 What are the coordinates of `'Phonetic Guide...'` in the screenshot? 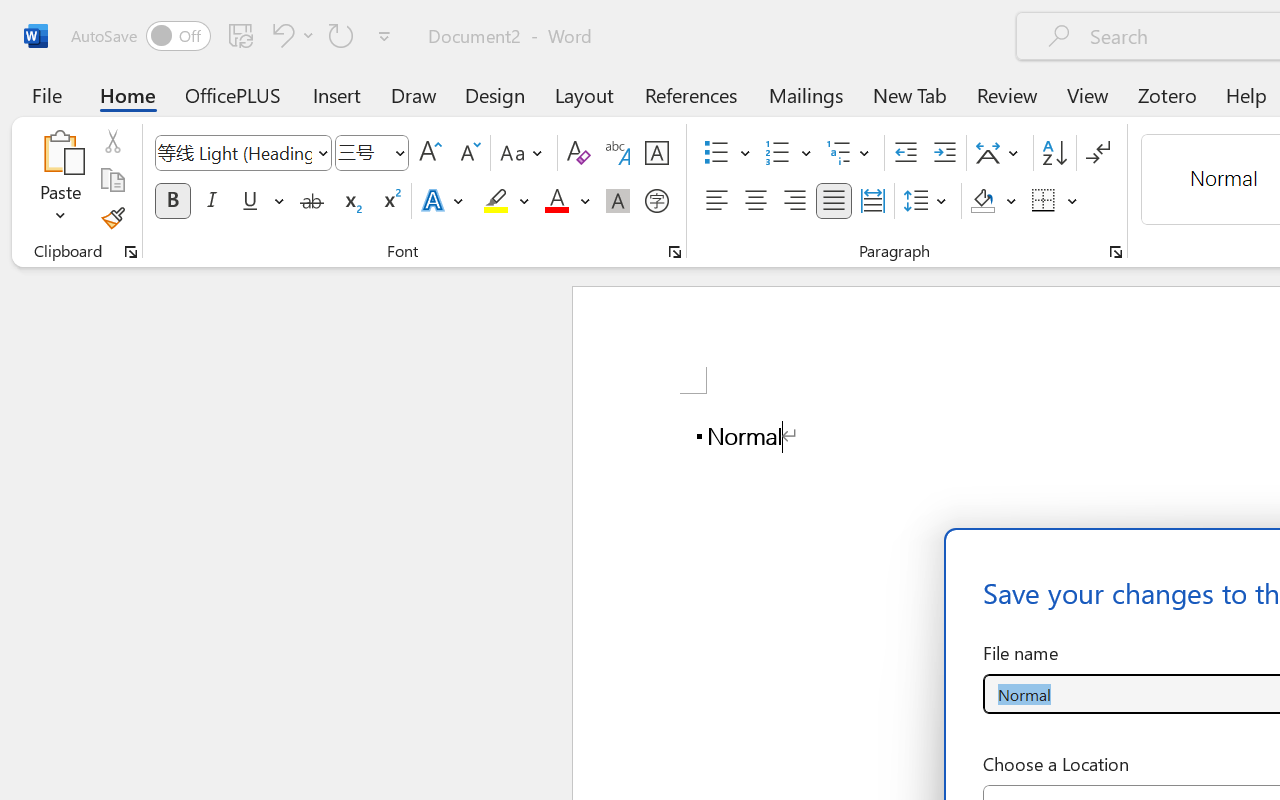 It's located at (617, 153).